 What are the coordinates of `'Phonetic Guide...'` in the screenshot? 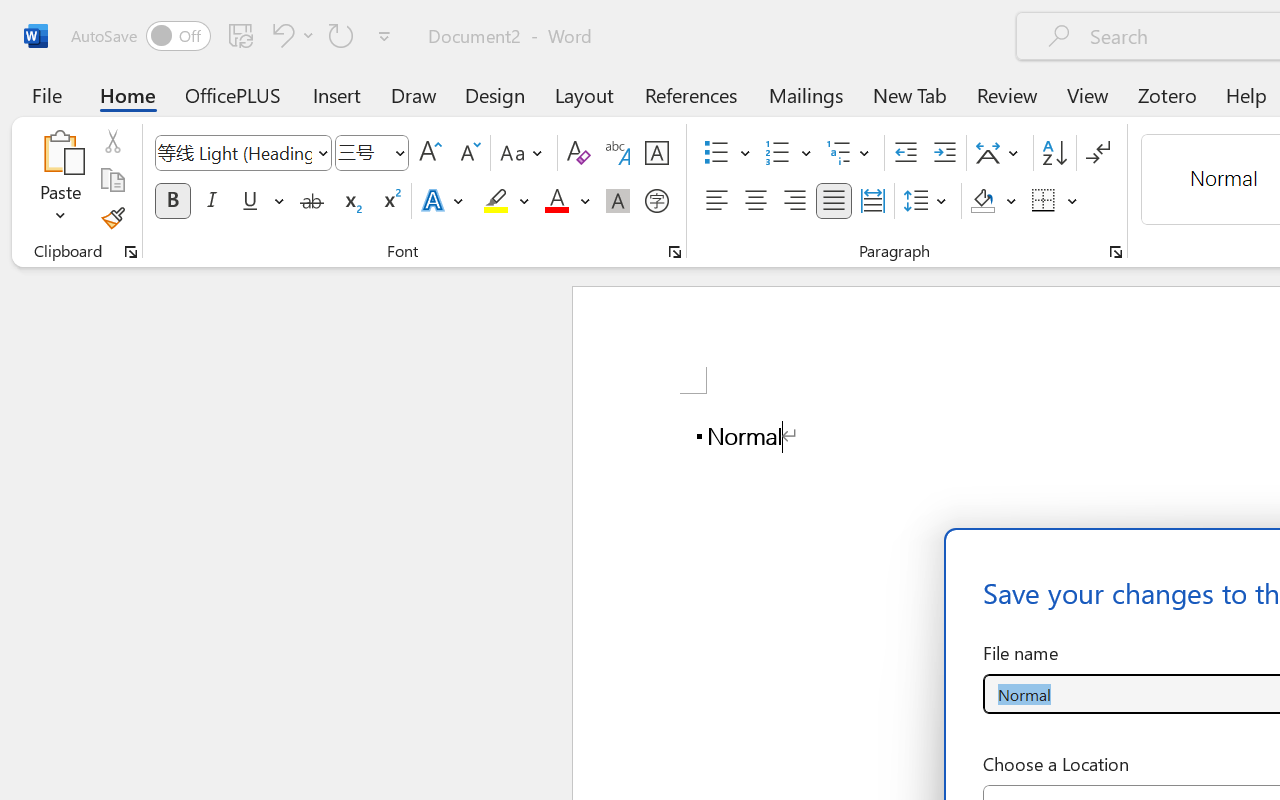 It's located at (617, 153).